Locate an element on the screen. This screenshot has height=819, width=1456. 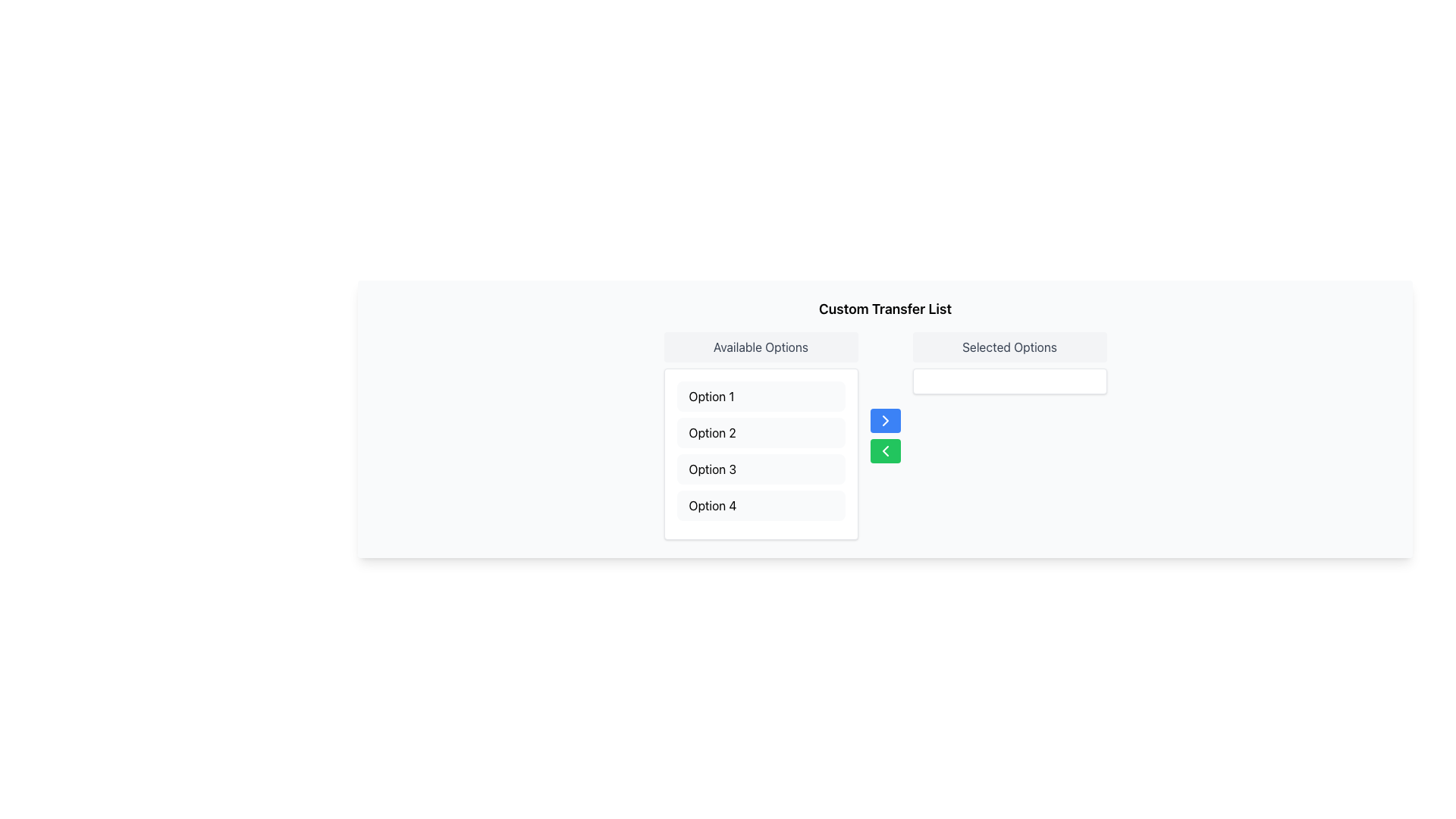
the left-pointing chevron icon button to move selected items back to the 'Available Options' list is located at coordinates (885, 450).